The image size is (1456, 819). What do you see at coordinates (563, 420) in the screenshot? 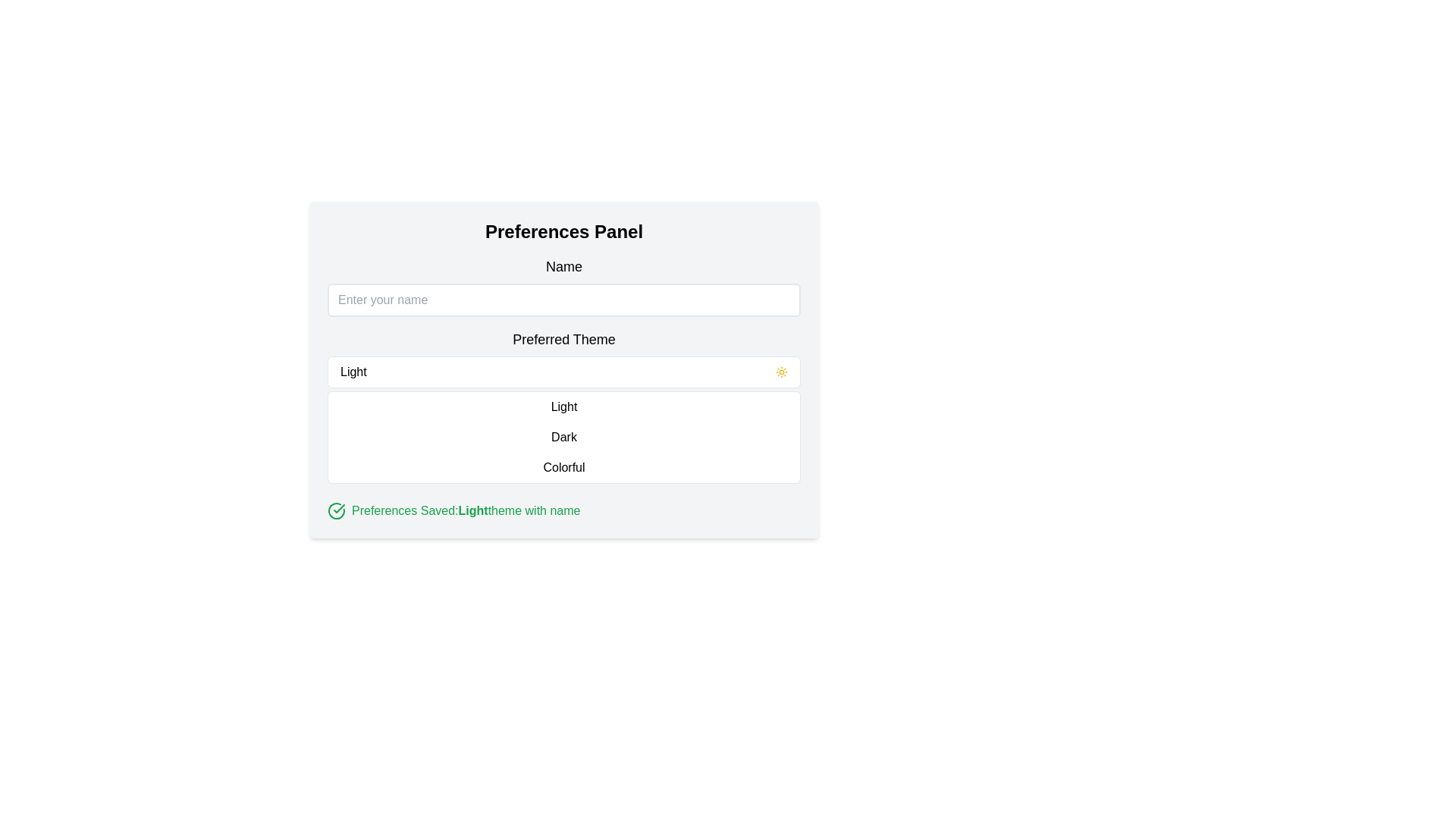
I see `the options in the dropdown menu labeled 'Preferred Theme'` at bounding box center [563, 420].